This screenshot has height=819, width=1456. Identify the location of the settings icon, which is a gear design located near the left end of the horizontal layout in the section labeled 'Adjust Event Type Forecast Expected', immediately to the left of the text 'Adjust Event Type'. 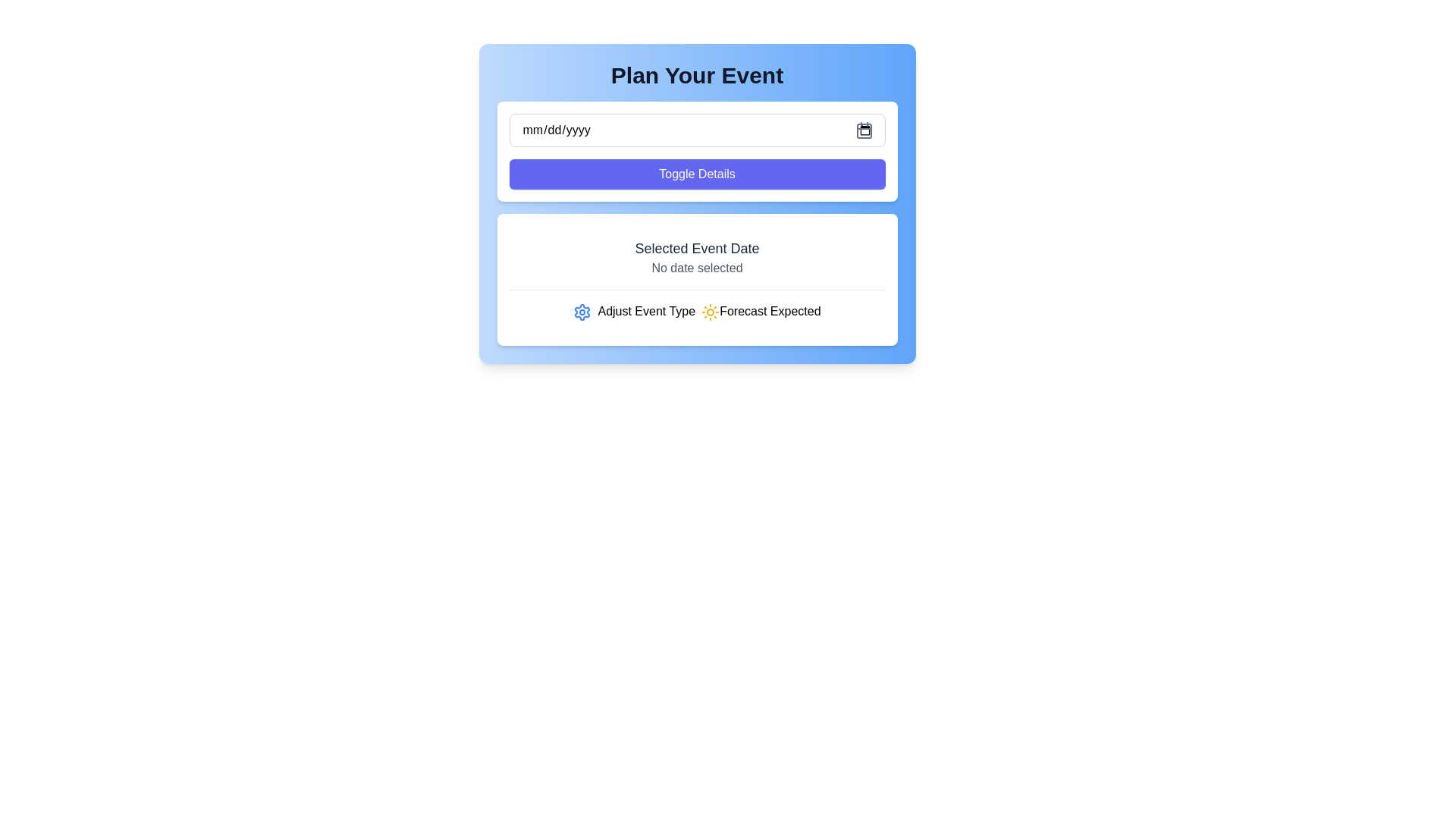
(582, 311).